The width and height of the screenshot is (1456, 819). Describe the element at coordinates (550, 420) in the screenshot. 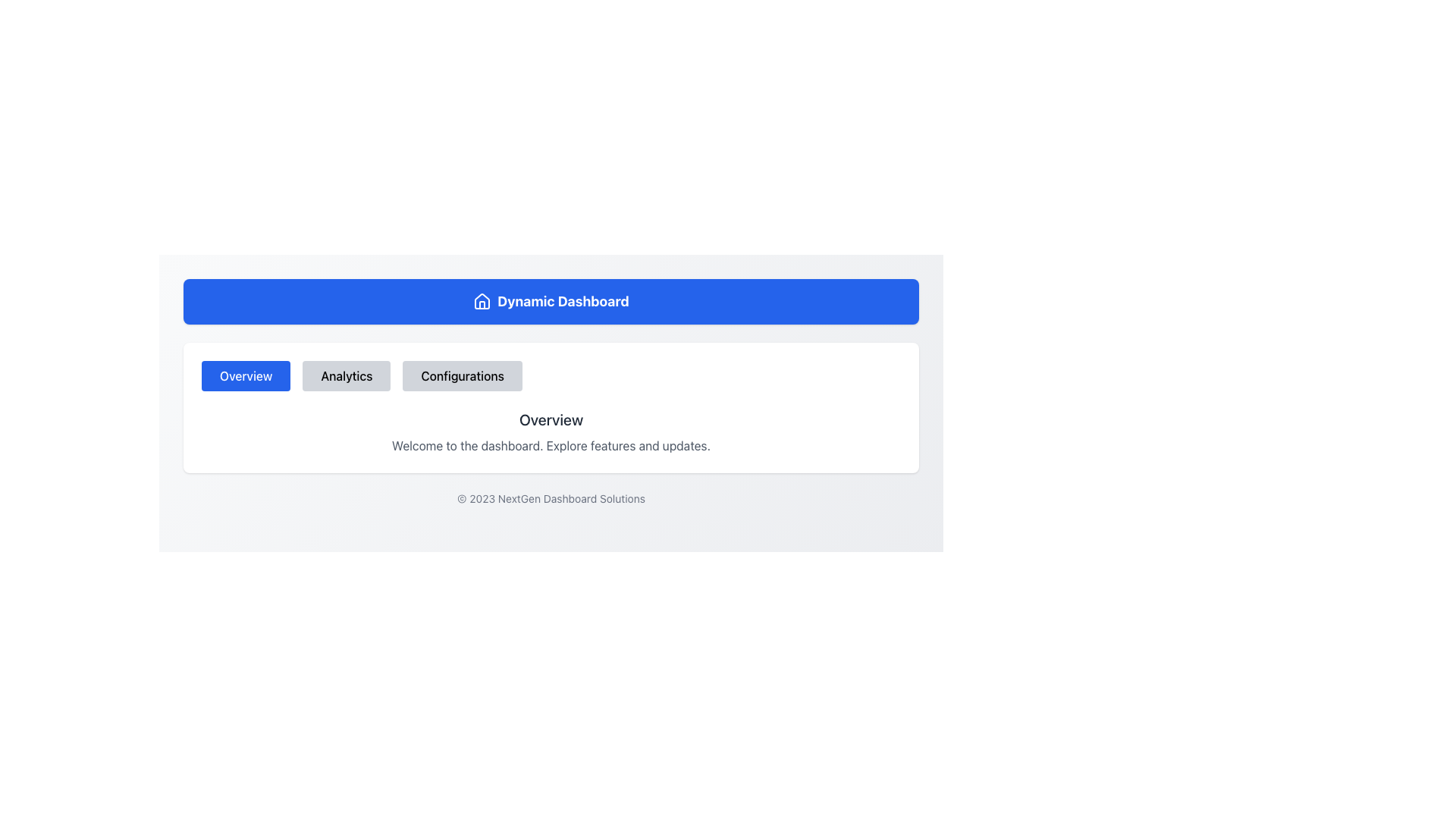

I see `the text label which serves as the heading or title for the current section, located horizontally centered beneath the navigation bar` at that location.